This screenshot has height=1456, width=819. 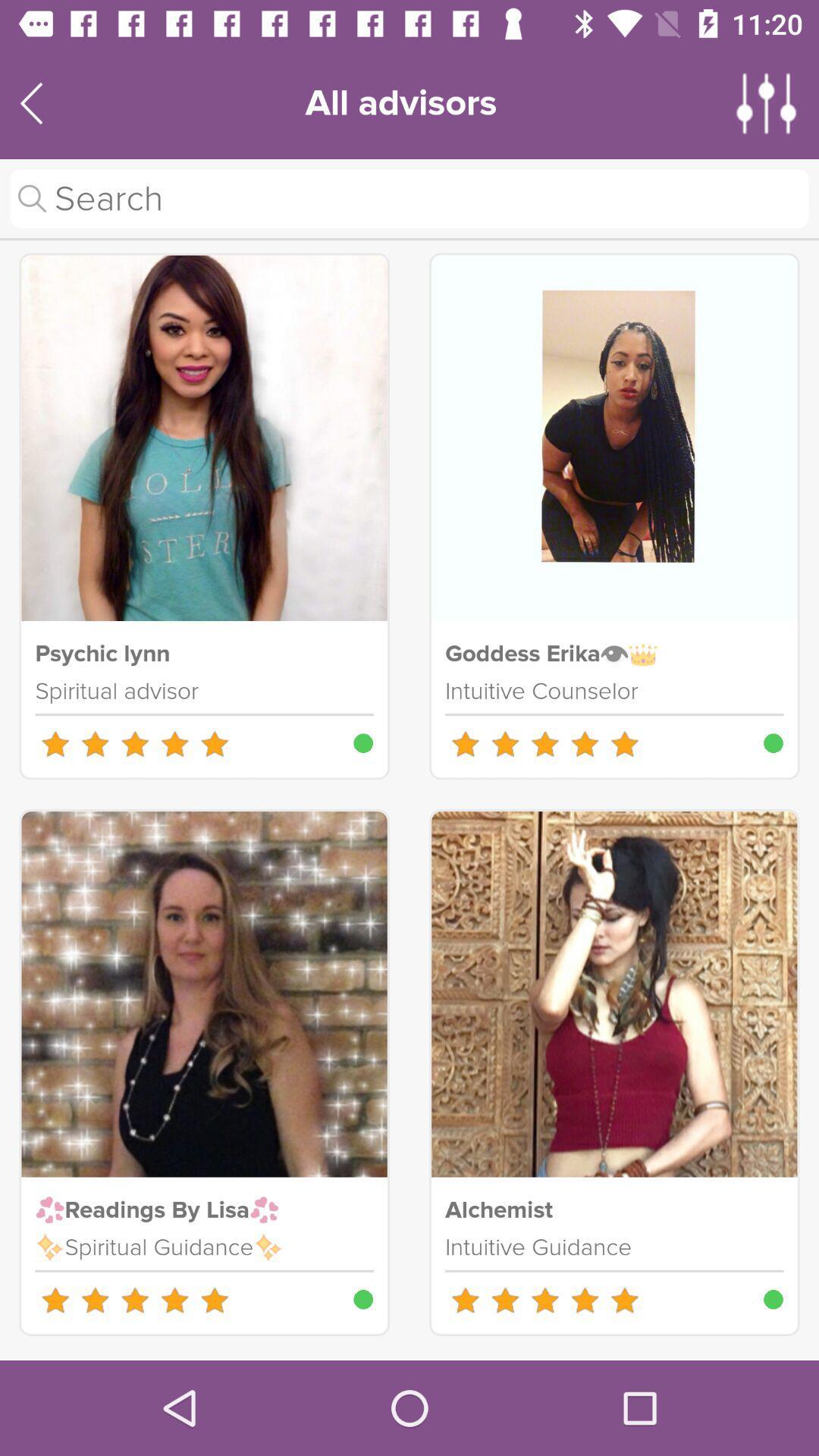 I want to click on the five star rating which is under the last image, so click(x=544, y=1299).